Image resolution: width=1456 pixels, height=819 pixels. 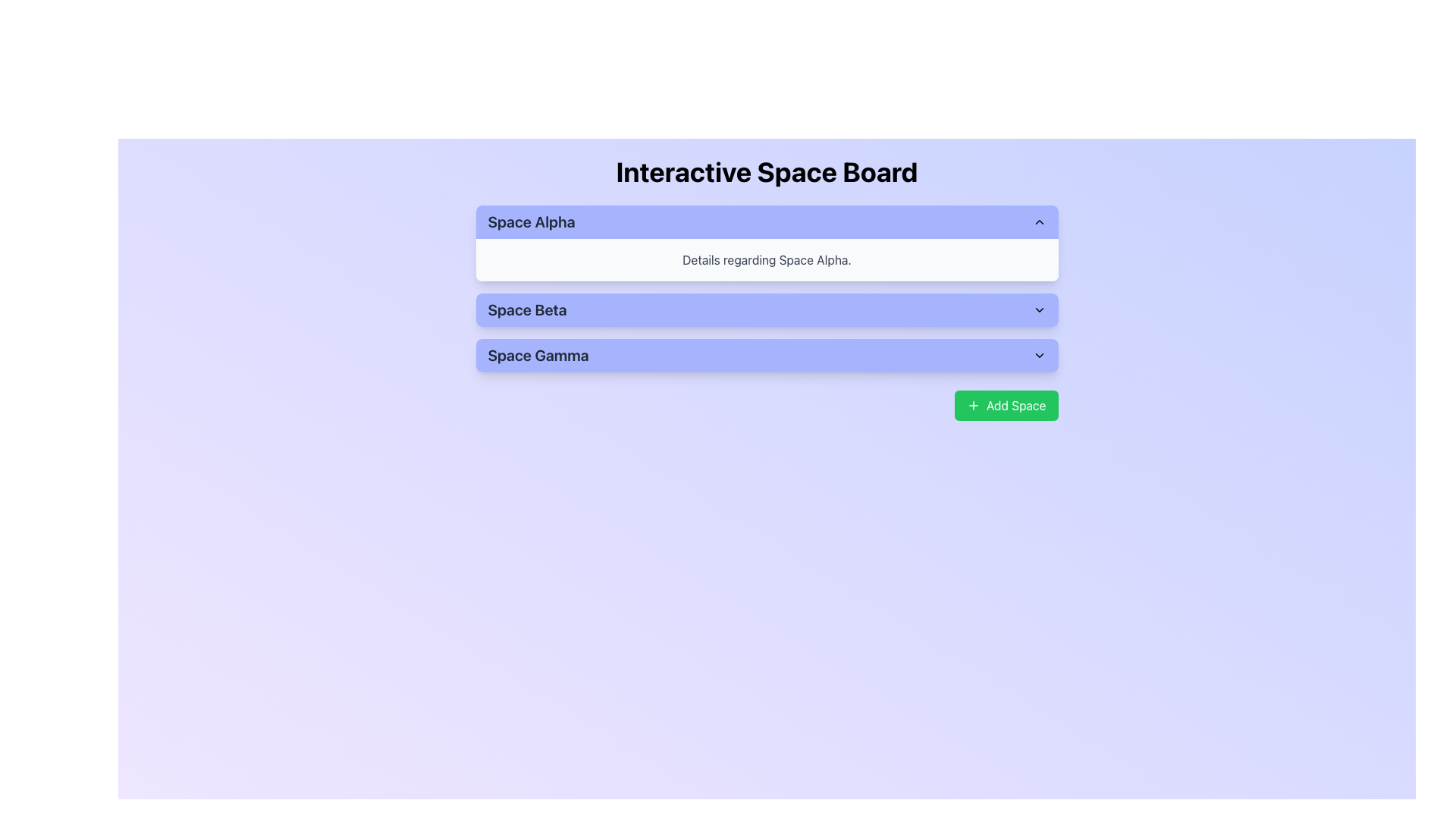 I want to click on the upward pointing chevron button located to the right of the 'Space Alpha' label, so click(x=1038, y=222).